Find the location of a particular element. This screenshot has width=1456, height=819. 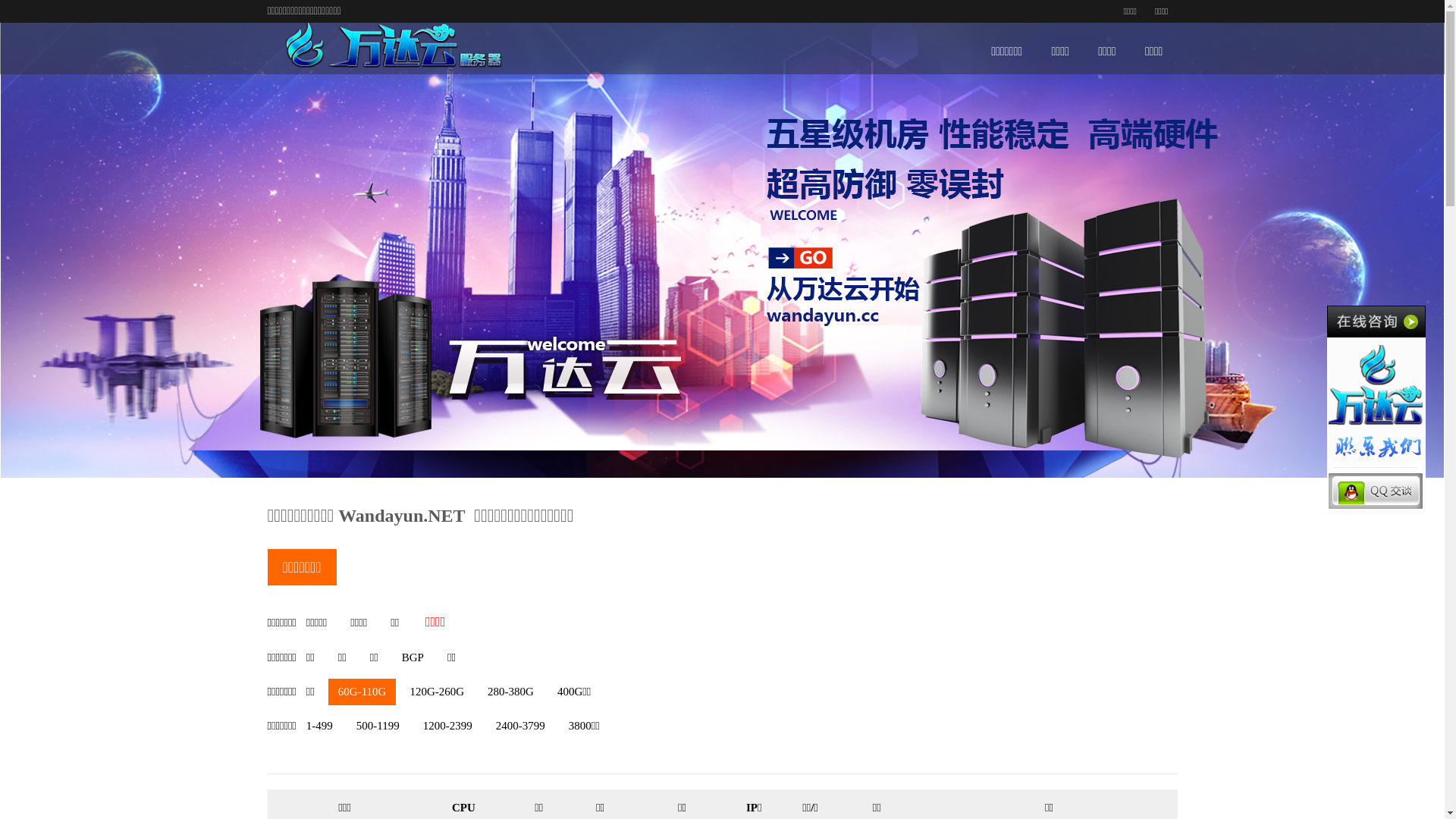

'120G-260G' is located at coordinates (436, 692).